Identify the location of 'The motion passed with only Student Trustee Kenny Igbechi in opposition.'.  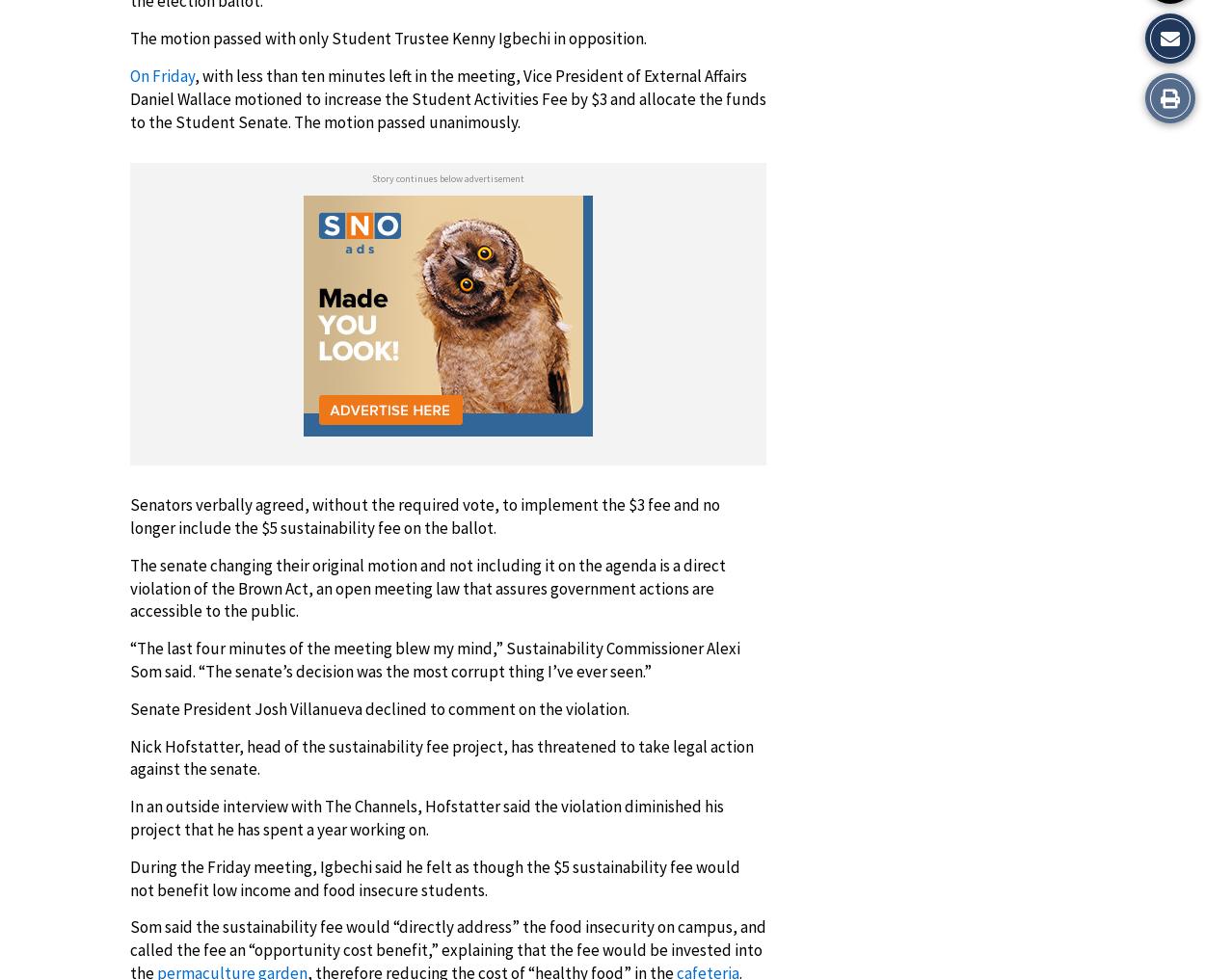
(130, 37).